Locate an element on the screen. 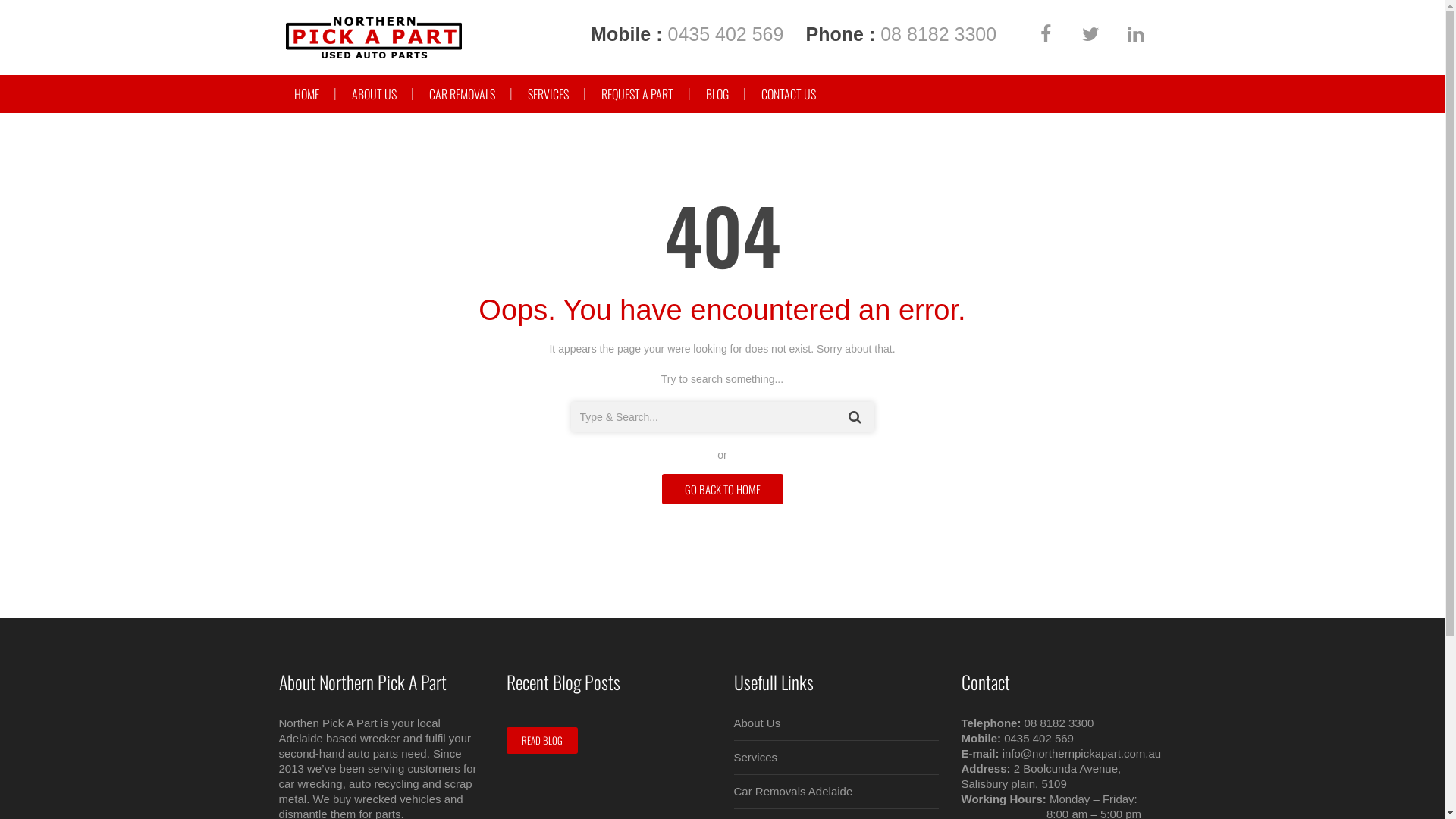 The image size is (1456, 819). '08 8182 3300' is located at coordinates (937, 34).